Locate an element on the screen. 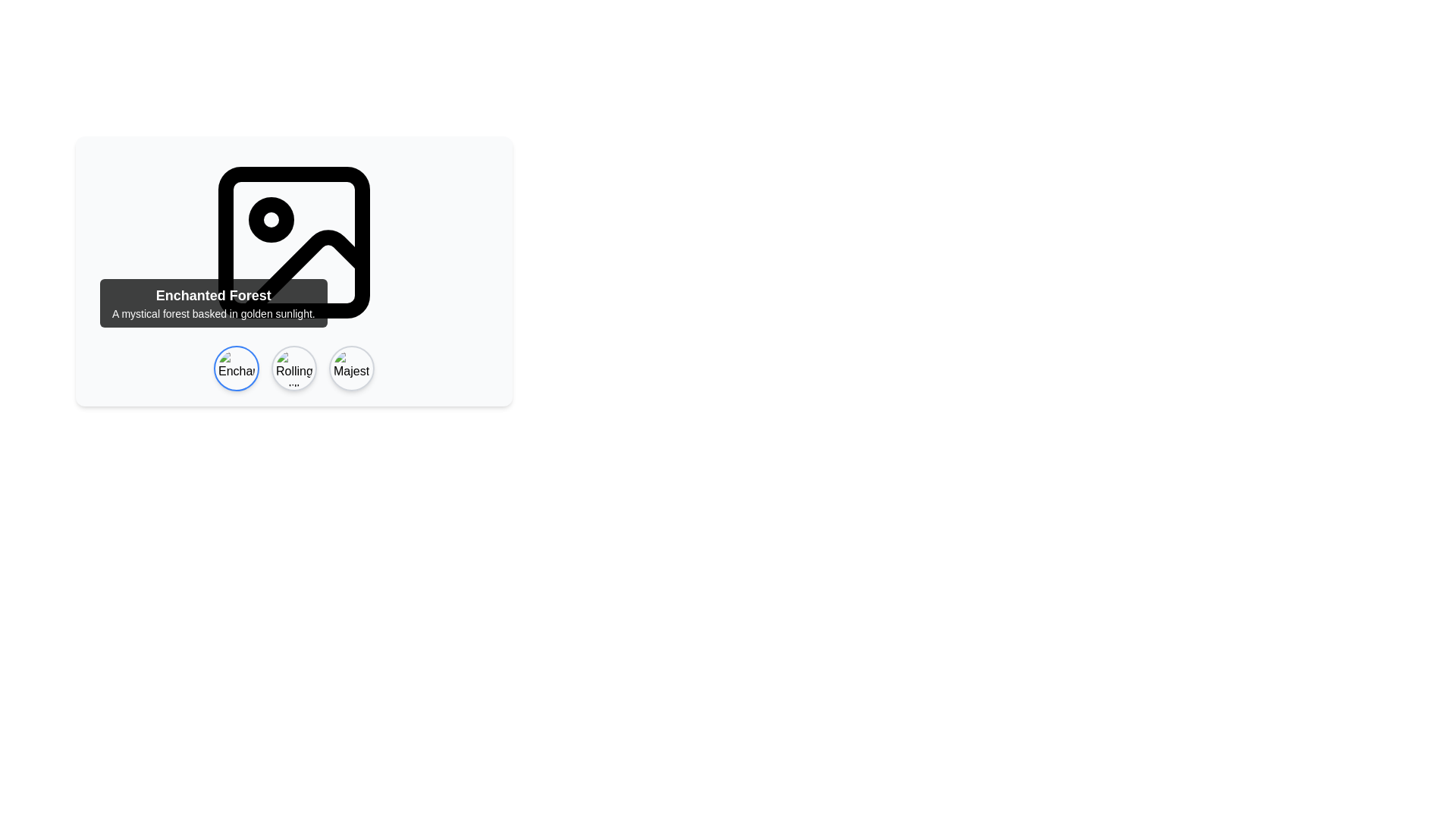  descriptive text located beneath the title 'Enchanted Forest' within a dark, semi-transparent rectangular background is located at coordinates (212, 312).